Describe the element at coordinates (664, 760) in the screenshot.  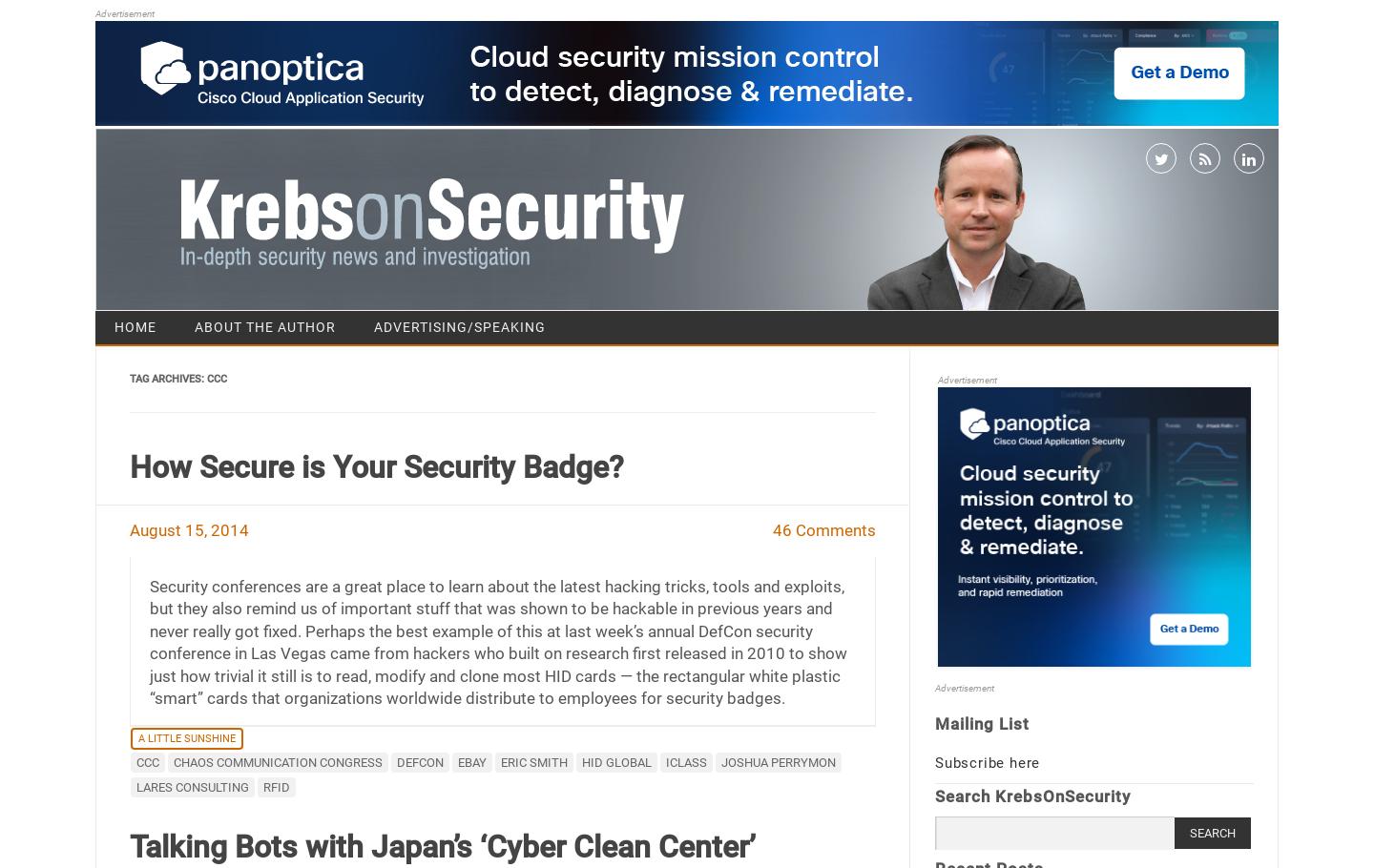
I see `'iClass'` at that location.